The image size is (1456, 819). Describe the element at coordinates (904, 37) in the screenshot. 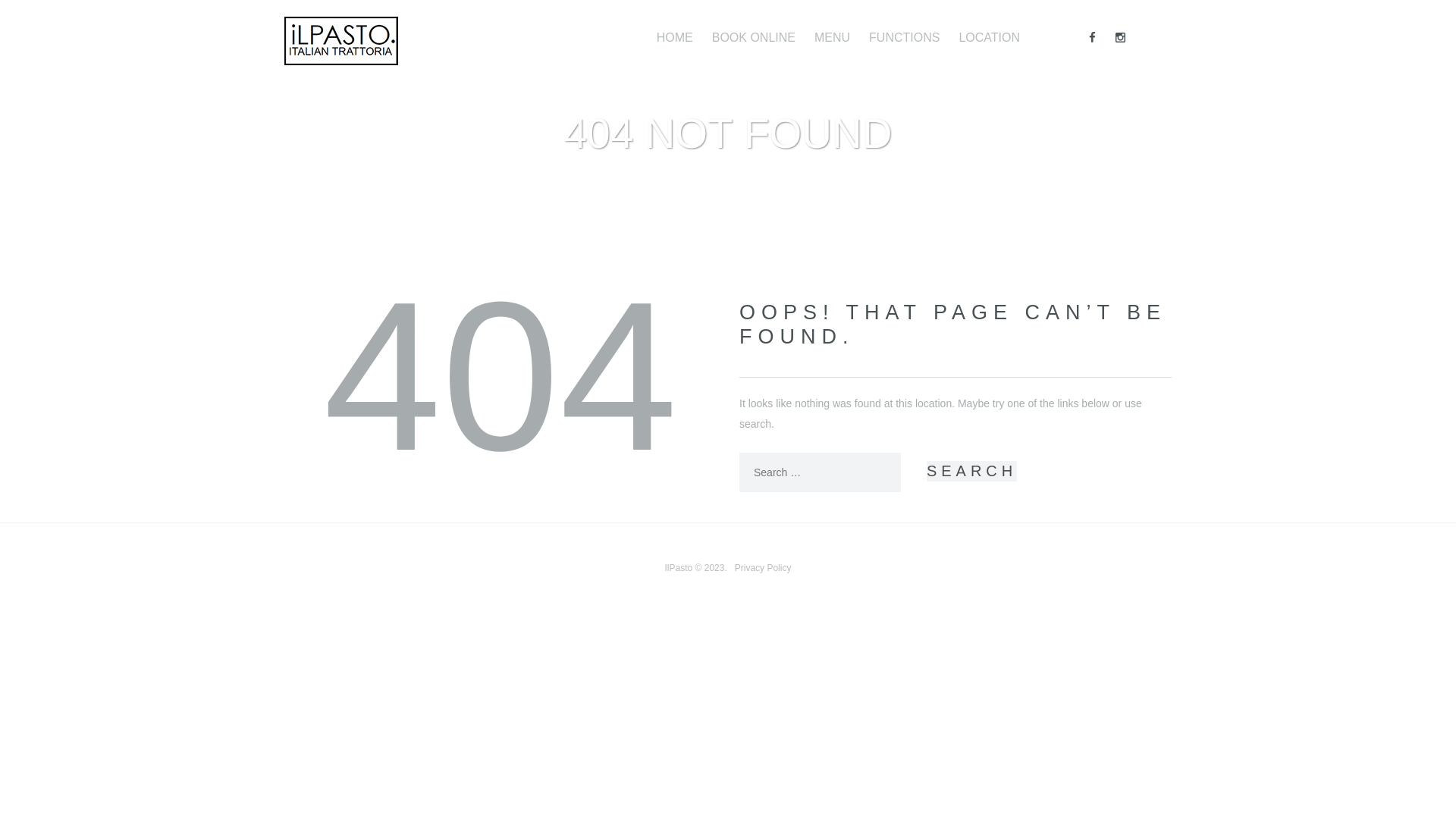

I see `'FUNCTIONS'` at that location.